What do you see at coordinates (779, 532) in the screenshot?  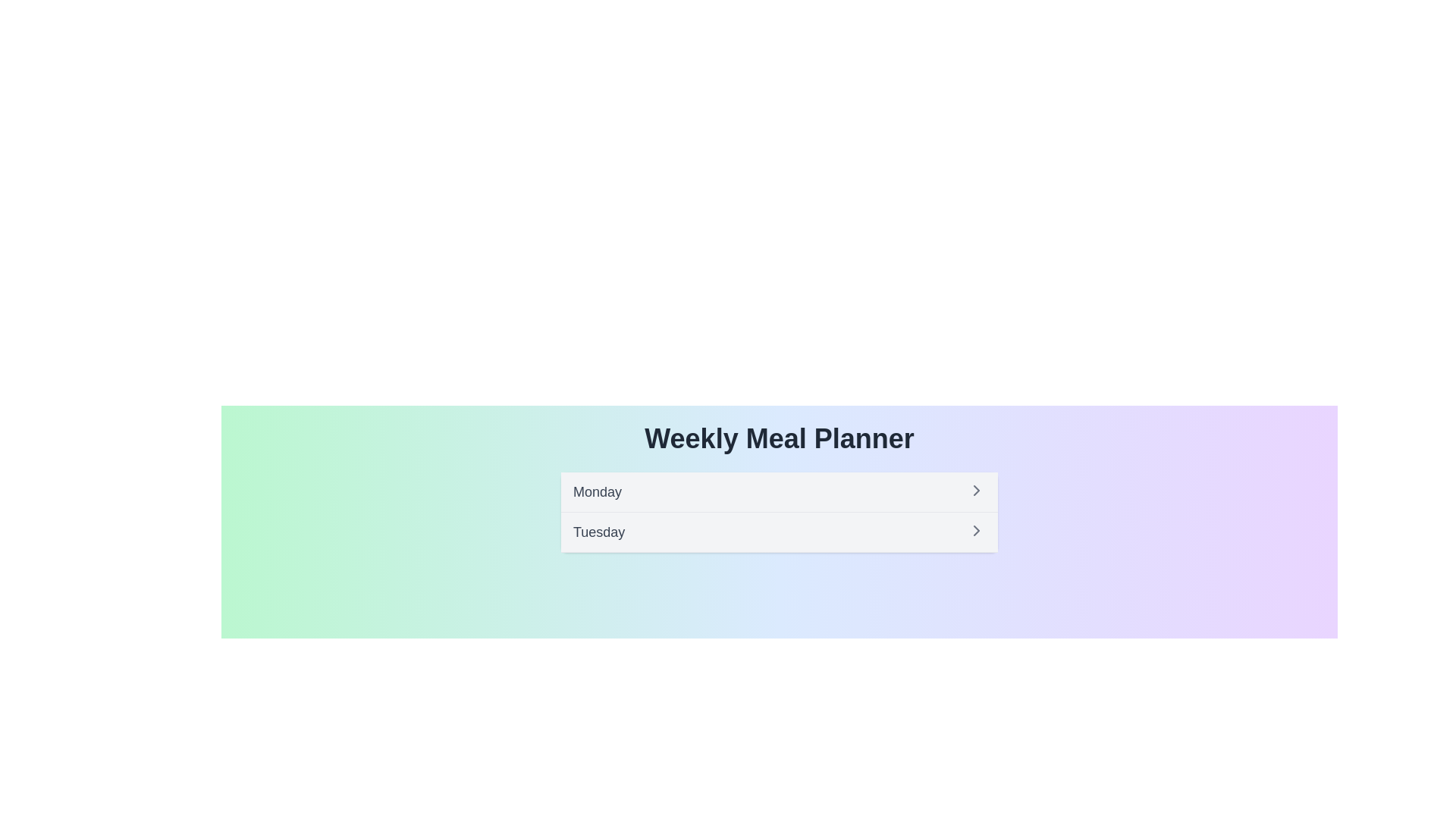 I see `the 'Tuesday' button in the Weekly Meal Planner` at bounding box center [779, 532].